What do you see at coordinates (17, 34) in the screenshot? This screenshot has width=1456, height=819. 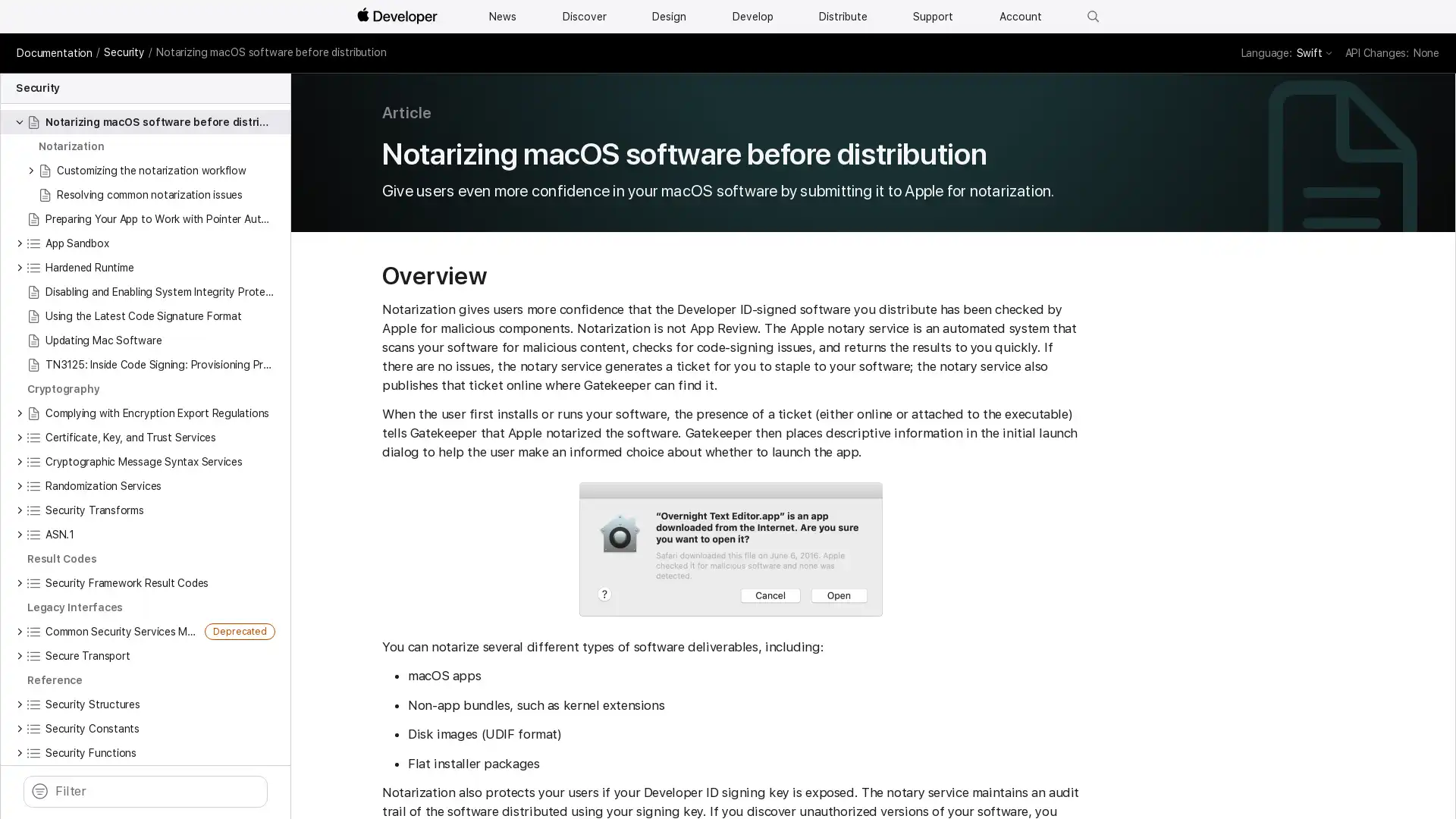 I see `Keychain Services` at bounding box center [17, 34].